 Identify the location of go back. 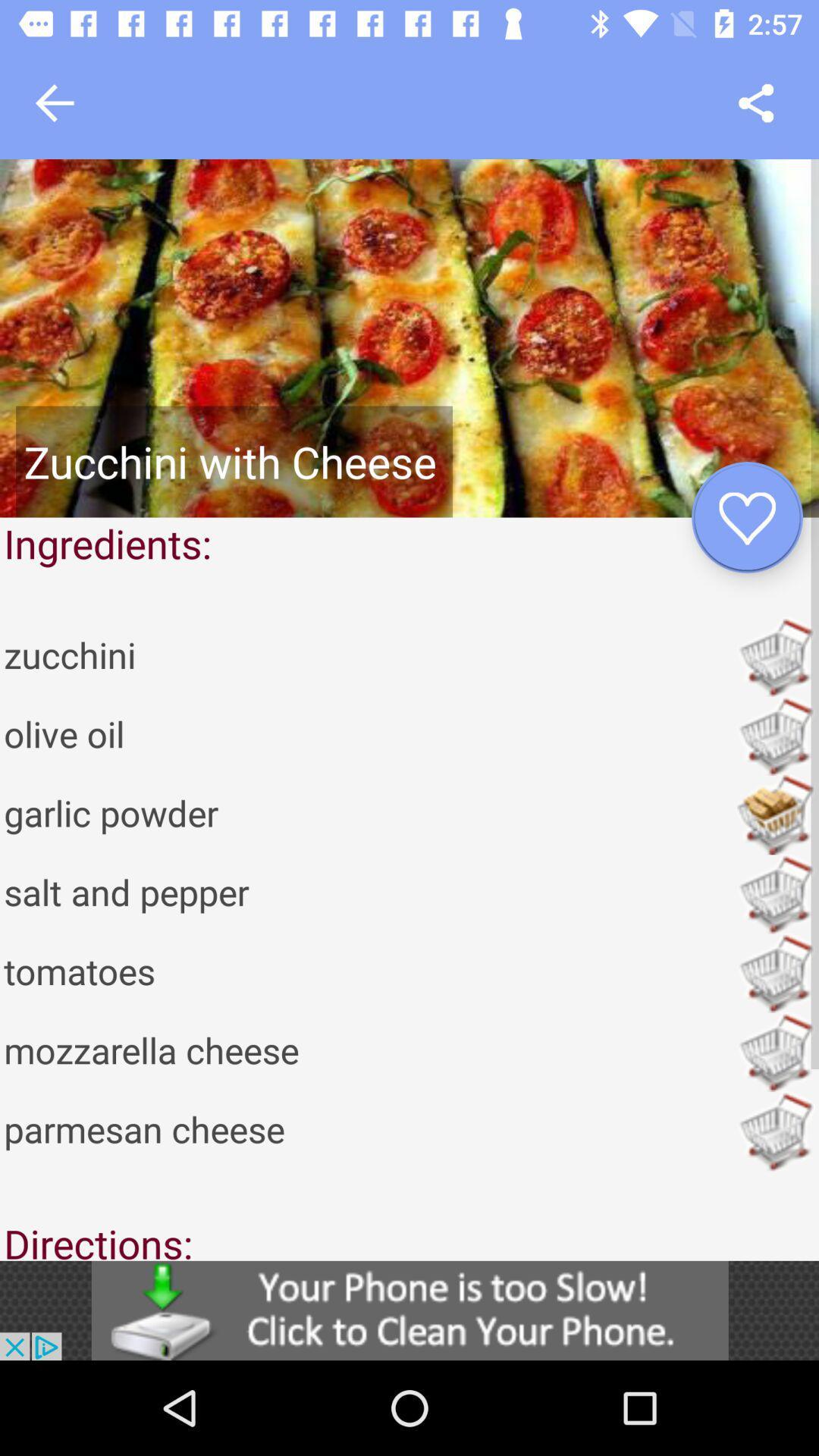
(54, 102).